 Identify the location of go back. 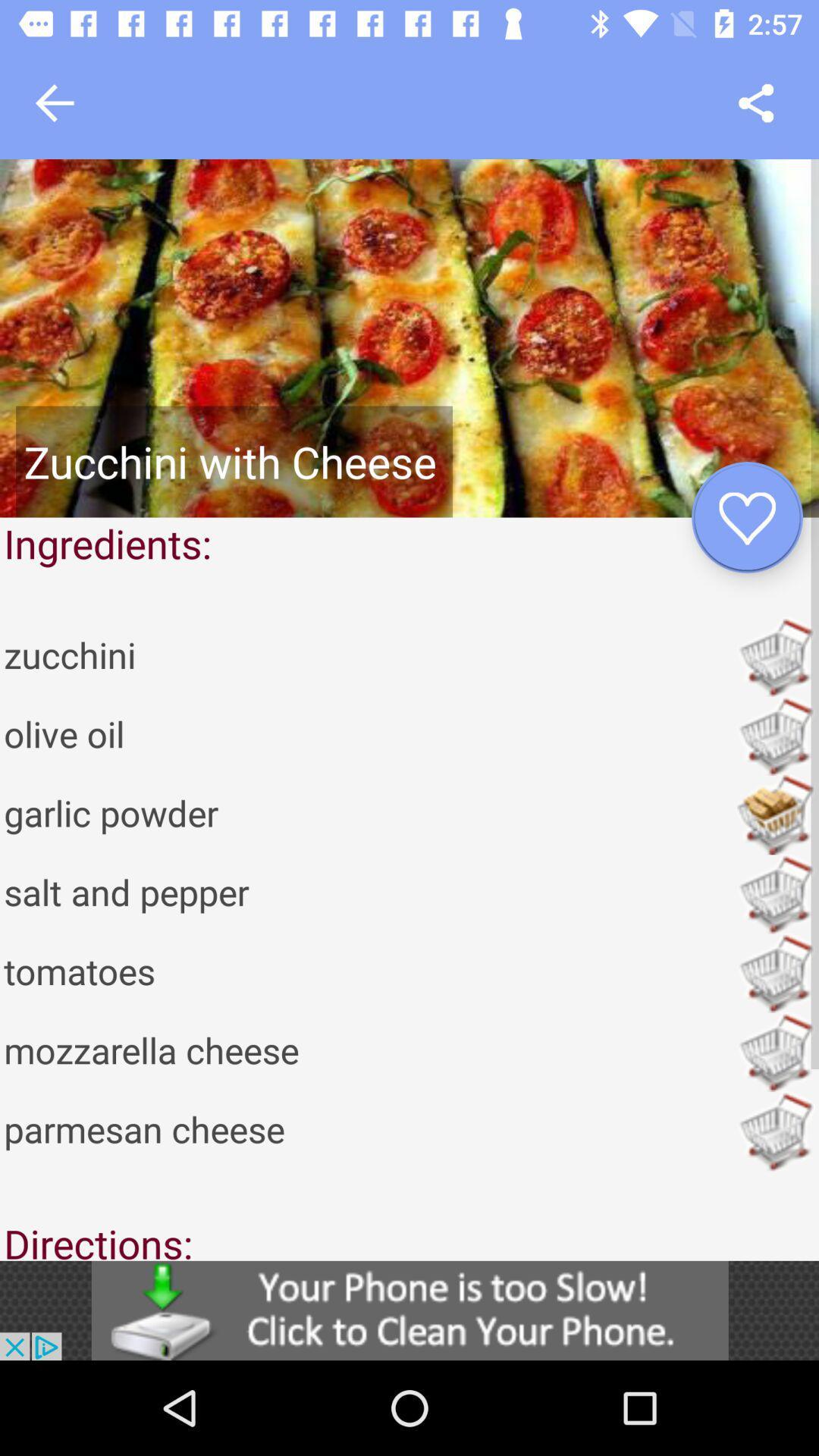
(54, 102).